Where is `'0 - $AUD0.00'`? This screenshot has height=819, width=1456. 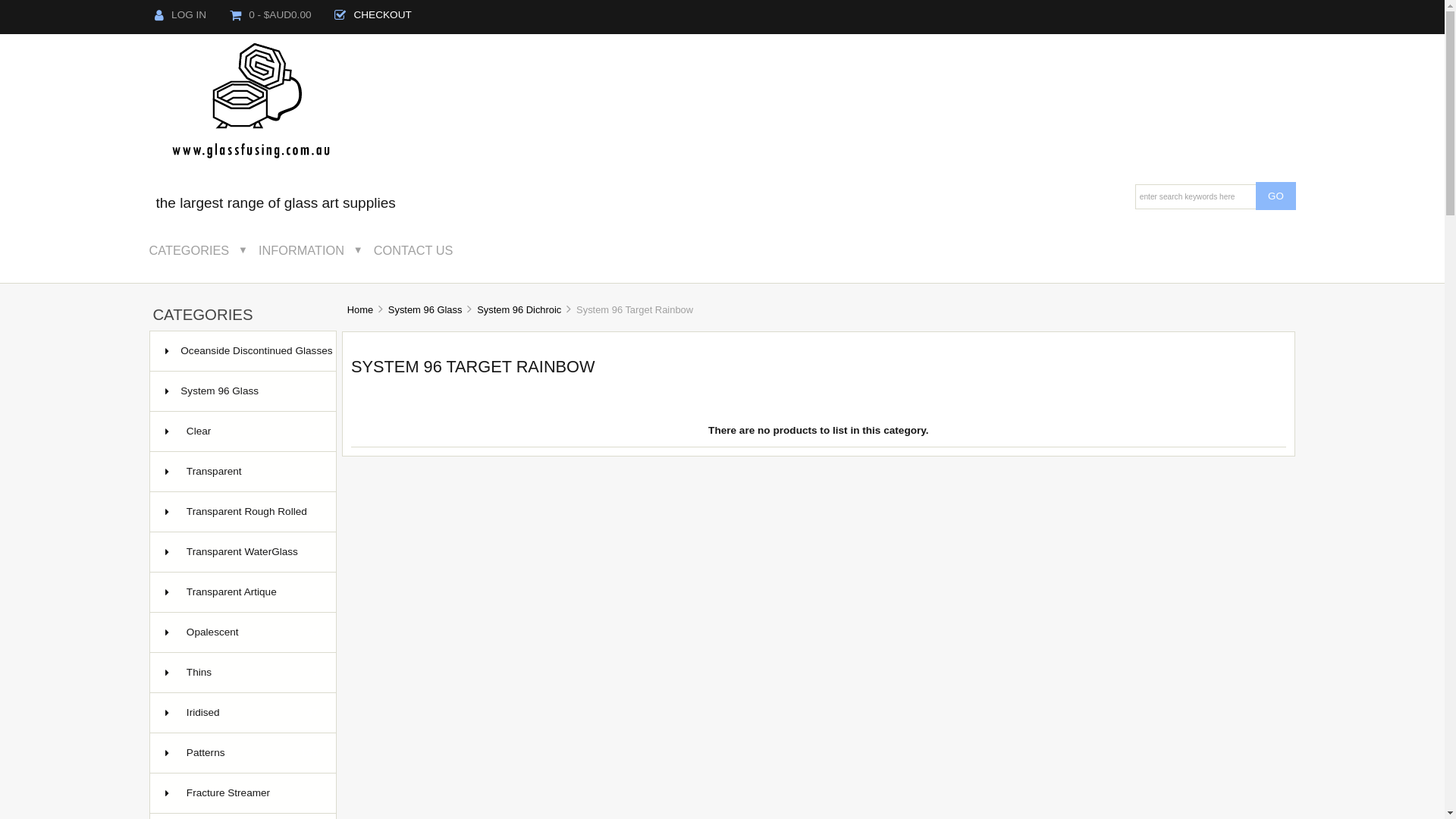 '0 - $AUD0.00' is located at coordinates (271, 14).